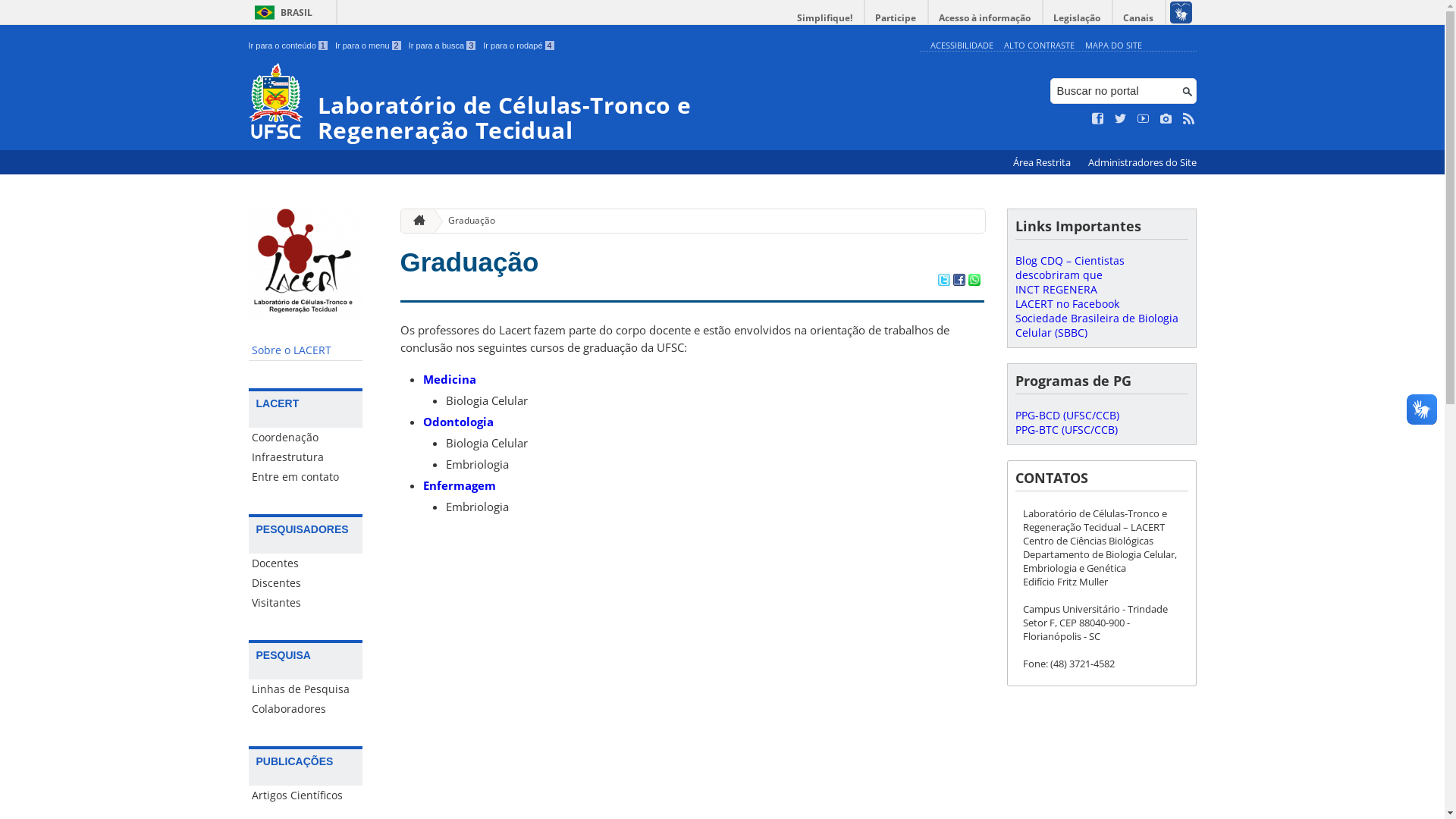  Describe the element at coordinates (457, 421) in the screenshot. I see `'Odontologia'` at that location.